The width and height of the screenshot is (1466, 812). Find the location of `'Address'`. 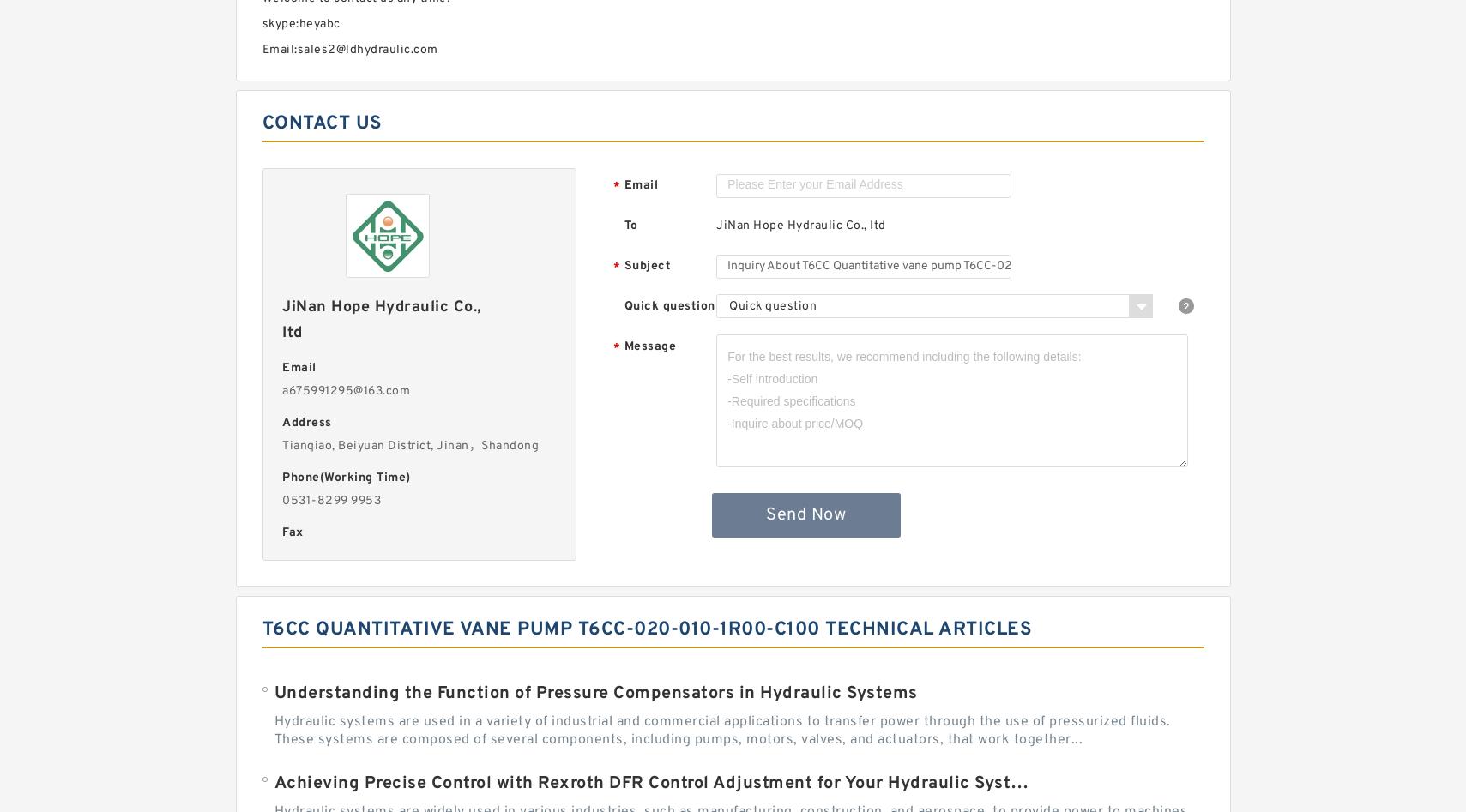

'Address' is located at coordinates (281, 422).